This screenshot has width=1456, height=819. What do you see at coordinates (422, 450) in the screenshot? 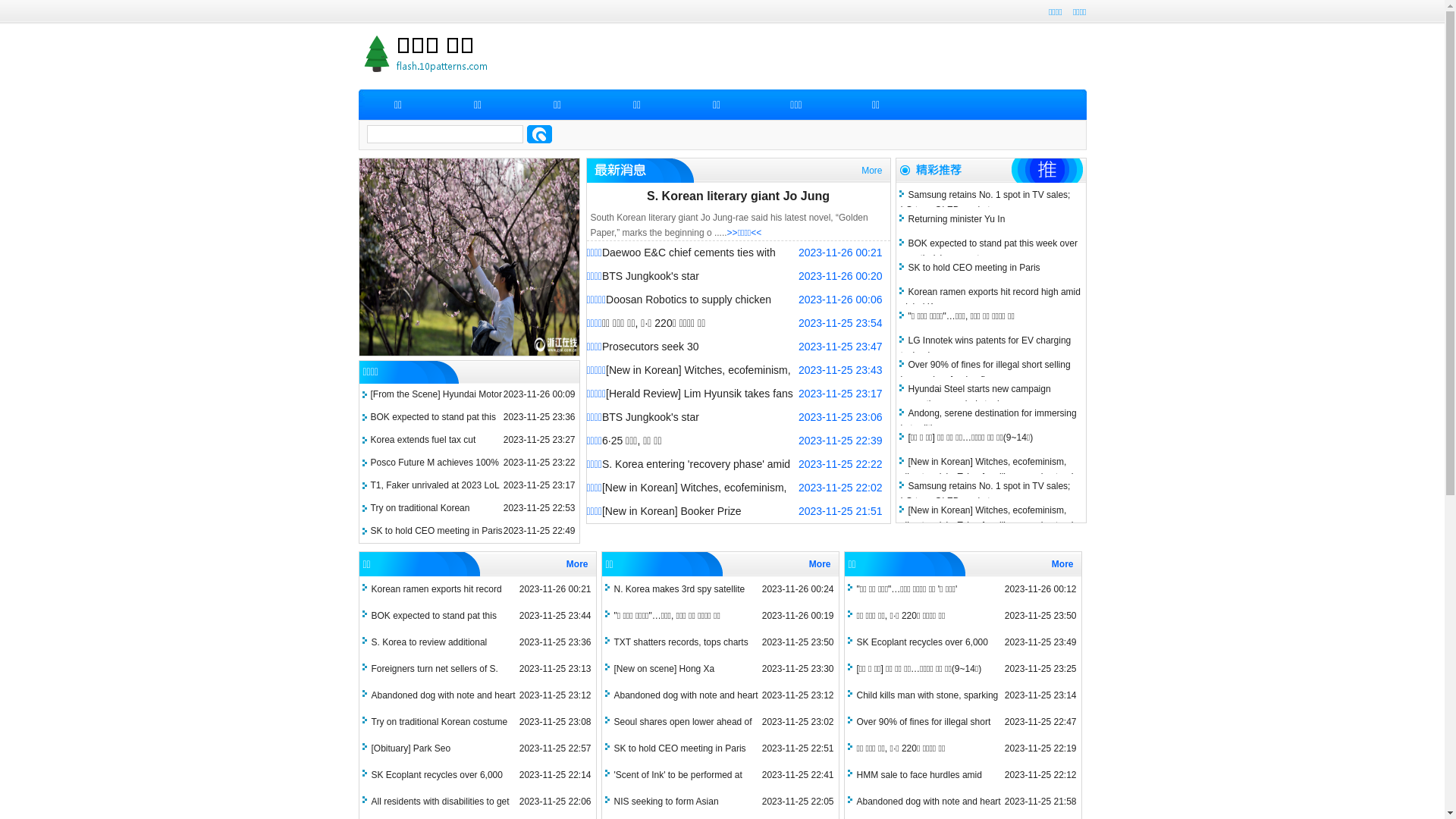
I see `'Korea extends fuel tax cut scheme until year's end'` at bounding box center [422, 450].